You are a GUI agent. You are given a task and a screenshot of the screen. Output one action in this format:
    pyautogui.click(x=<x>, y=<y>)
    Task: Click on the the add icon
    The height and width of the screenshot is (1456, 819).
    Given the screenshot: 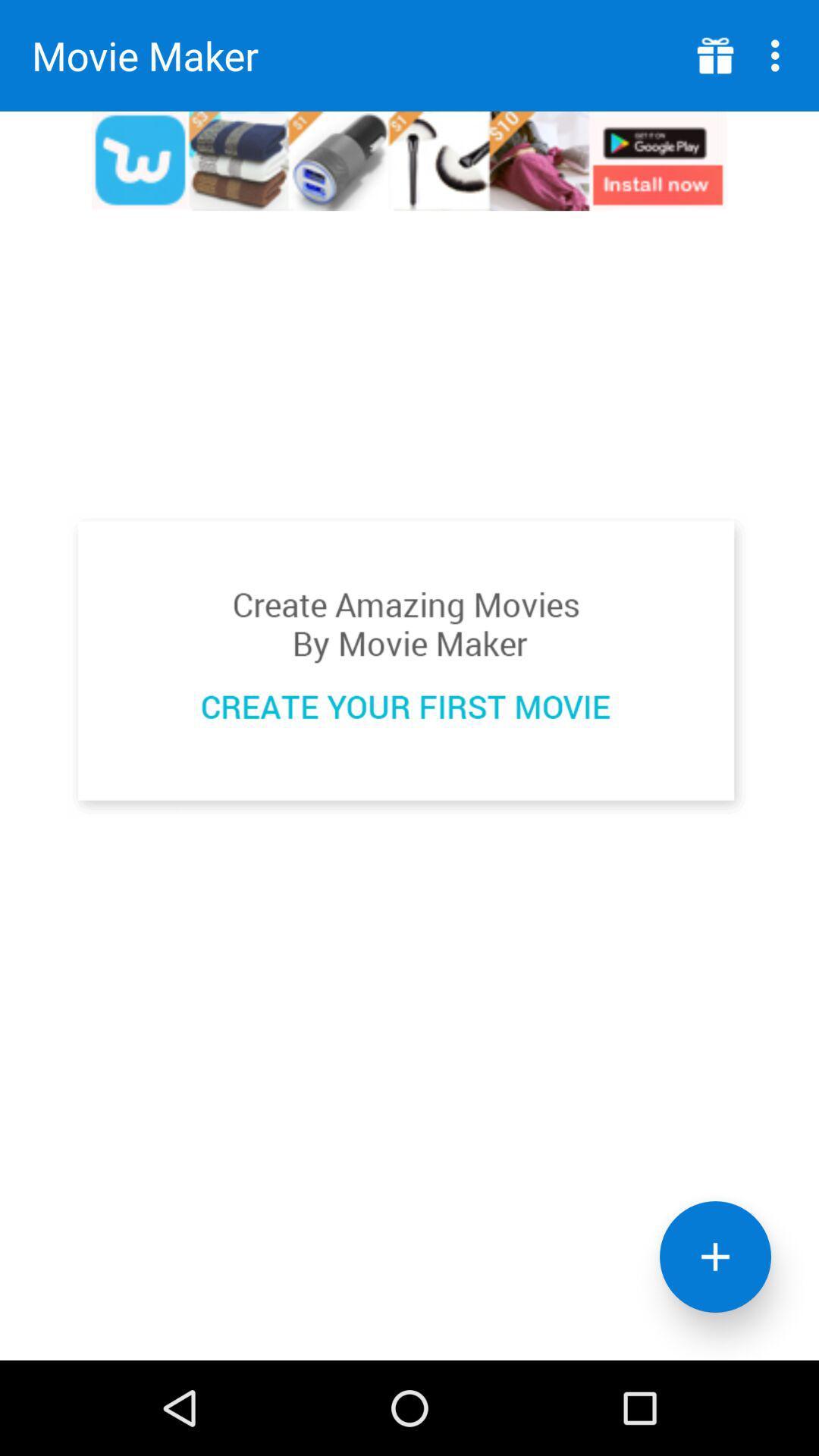 What is the action you would take?
    pyautogui.click(x=715, y=1257)
    